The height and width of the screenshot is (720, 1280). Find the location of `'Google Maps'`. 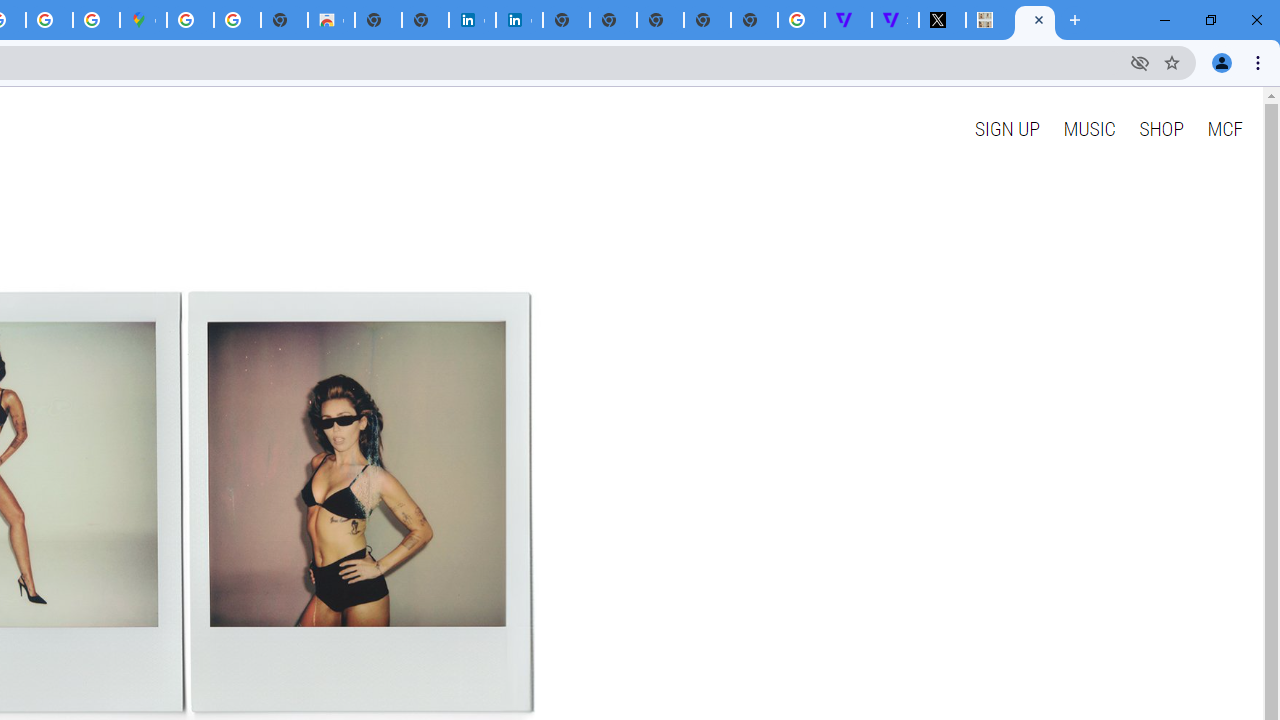

'Google Maps' is located at coordinates (143, 20).